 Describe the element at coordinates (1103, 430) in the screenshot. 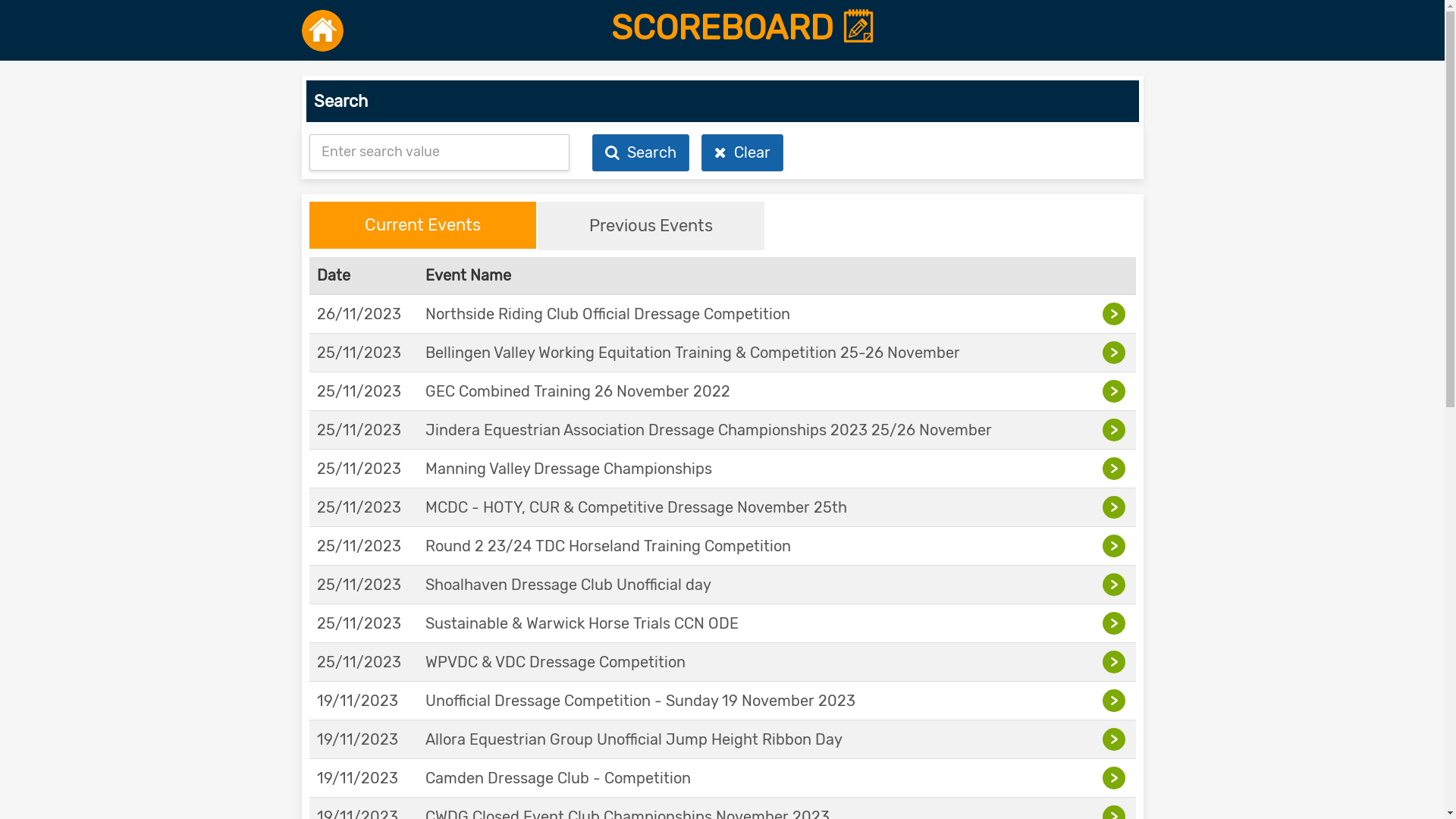

I see `'>'` at that location.